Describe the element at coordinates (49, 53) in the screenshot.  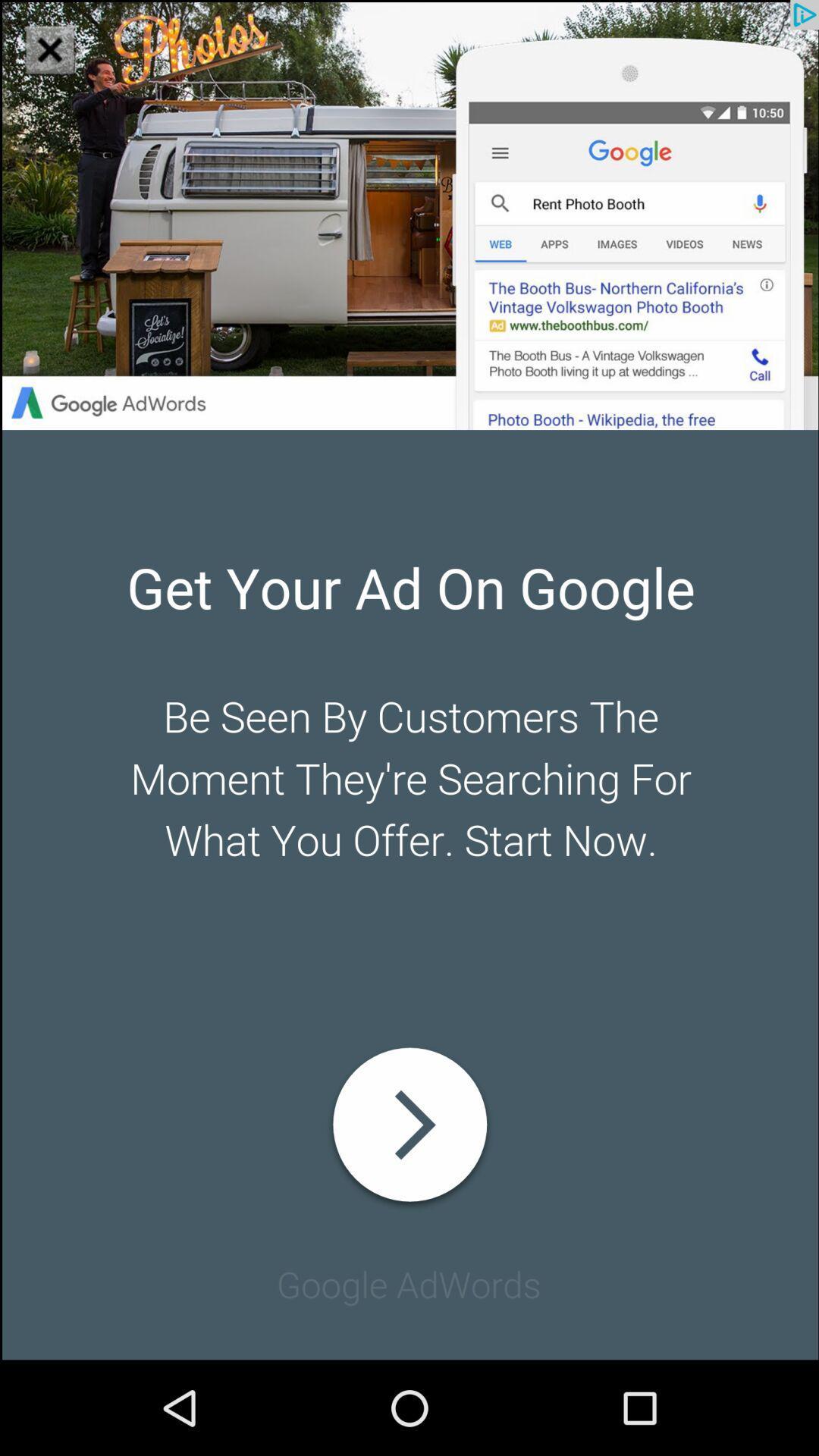
I see `the close icon` at that location.